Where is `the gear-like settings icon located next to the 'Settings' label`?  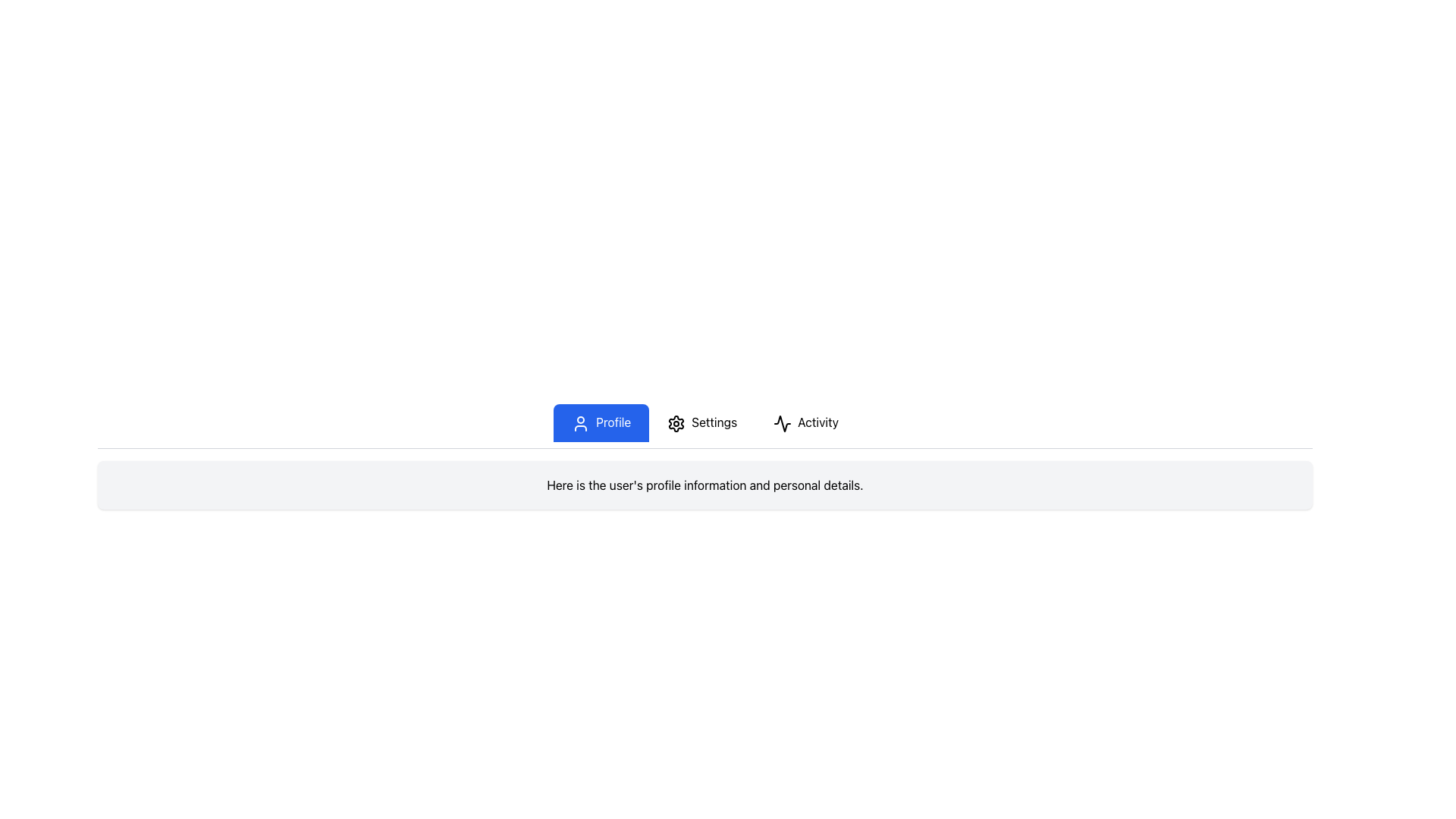 the gear-like settings icon located next to the 'Settings' label is located at coordinates (676, 423).